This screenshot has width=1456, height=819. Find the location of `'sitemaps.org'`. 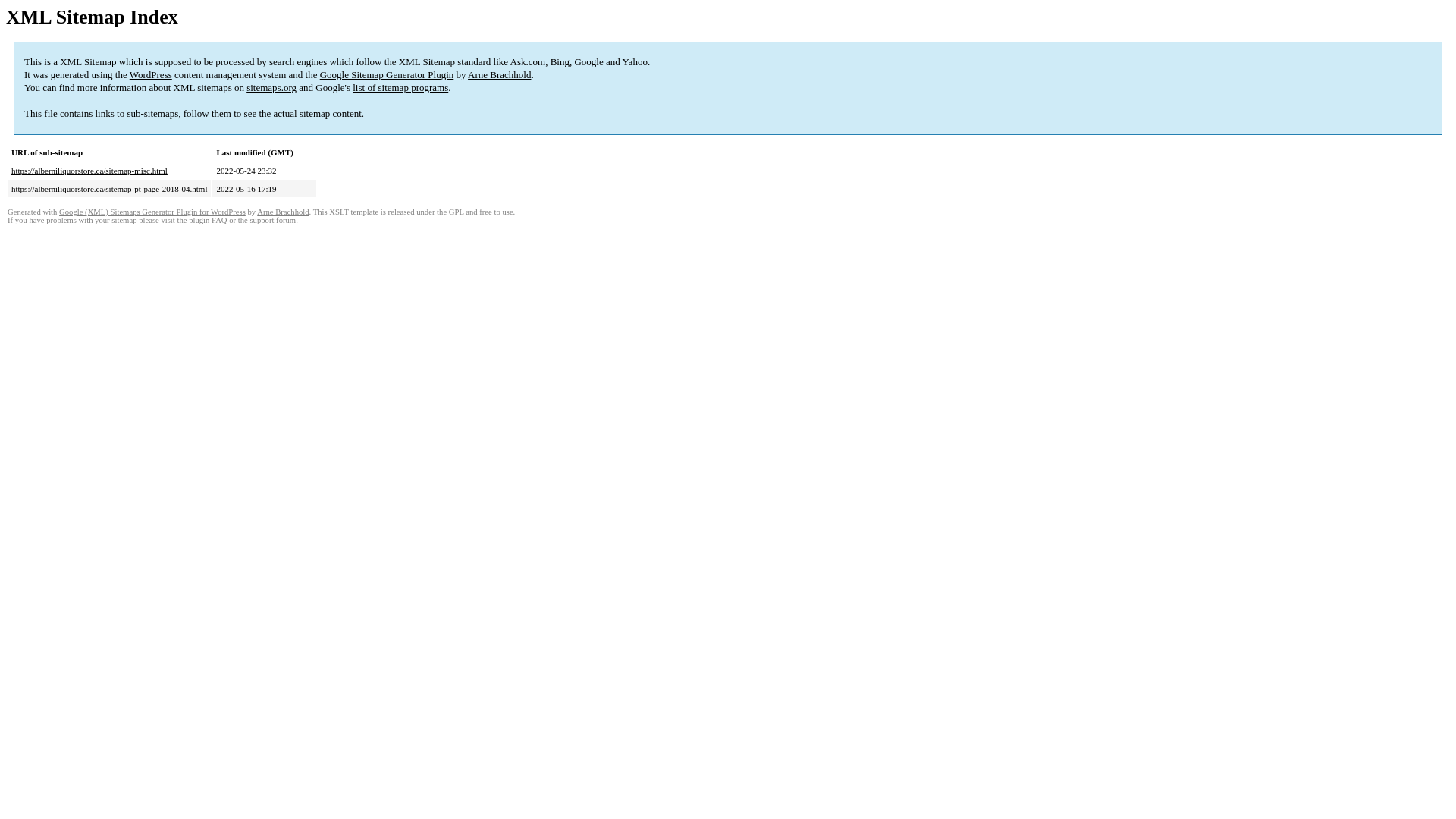

'sitemaps.org' is located at coordinates (246, 87).